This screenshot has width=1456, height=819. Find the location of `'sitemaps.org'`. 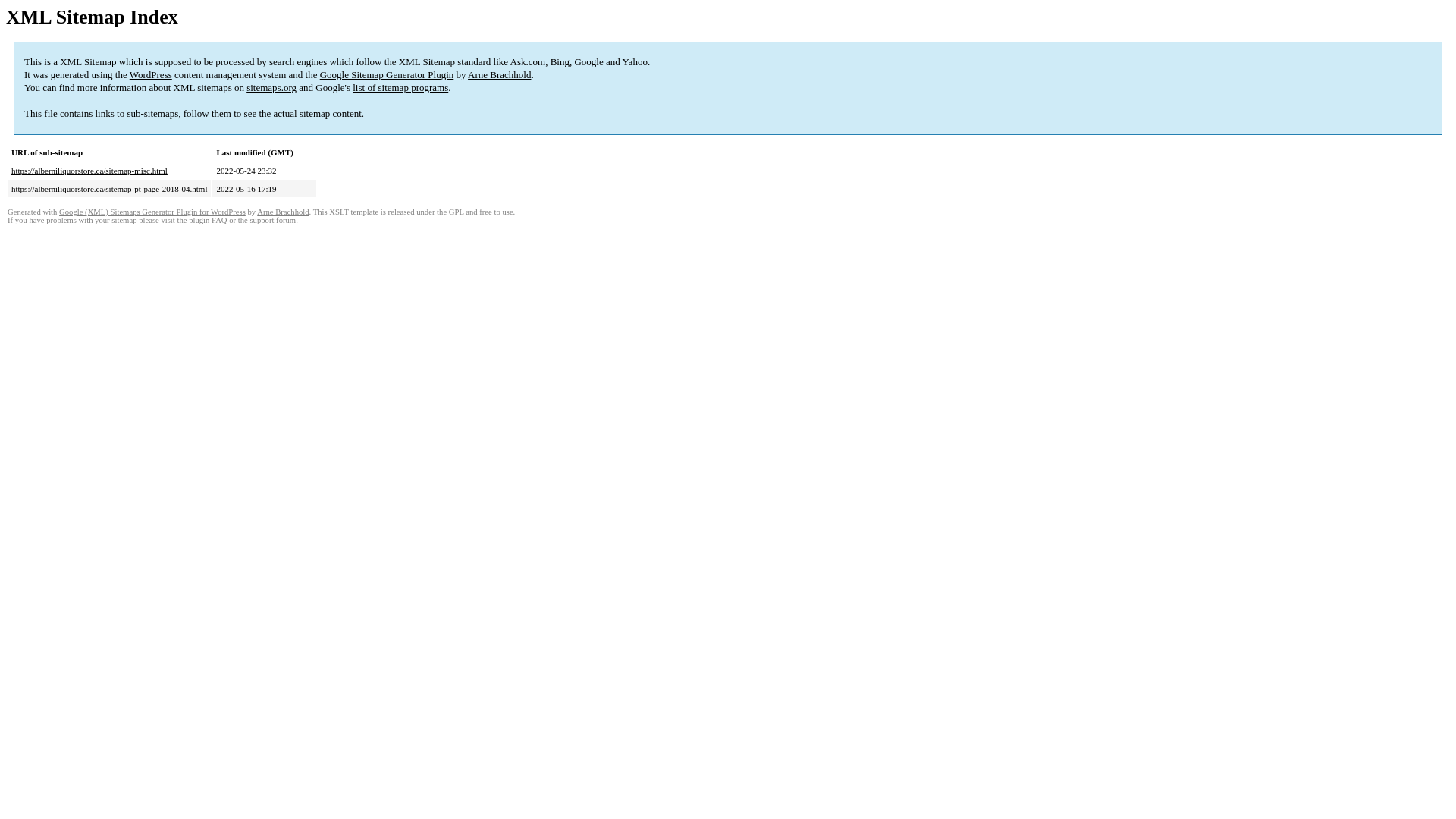

'sitemaps.org' is located at coordinates (246, 87).